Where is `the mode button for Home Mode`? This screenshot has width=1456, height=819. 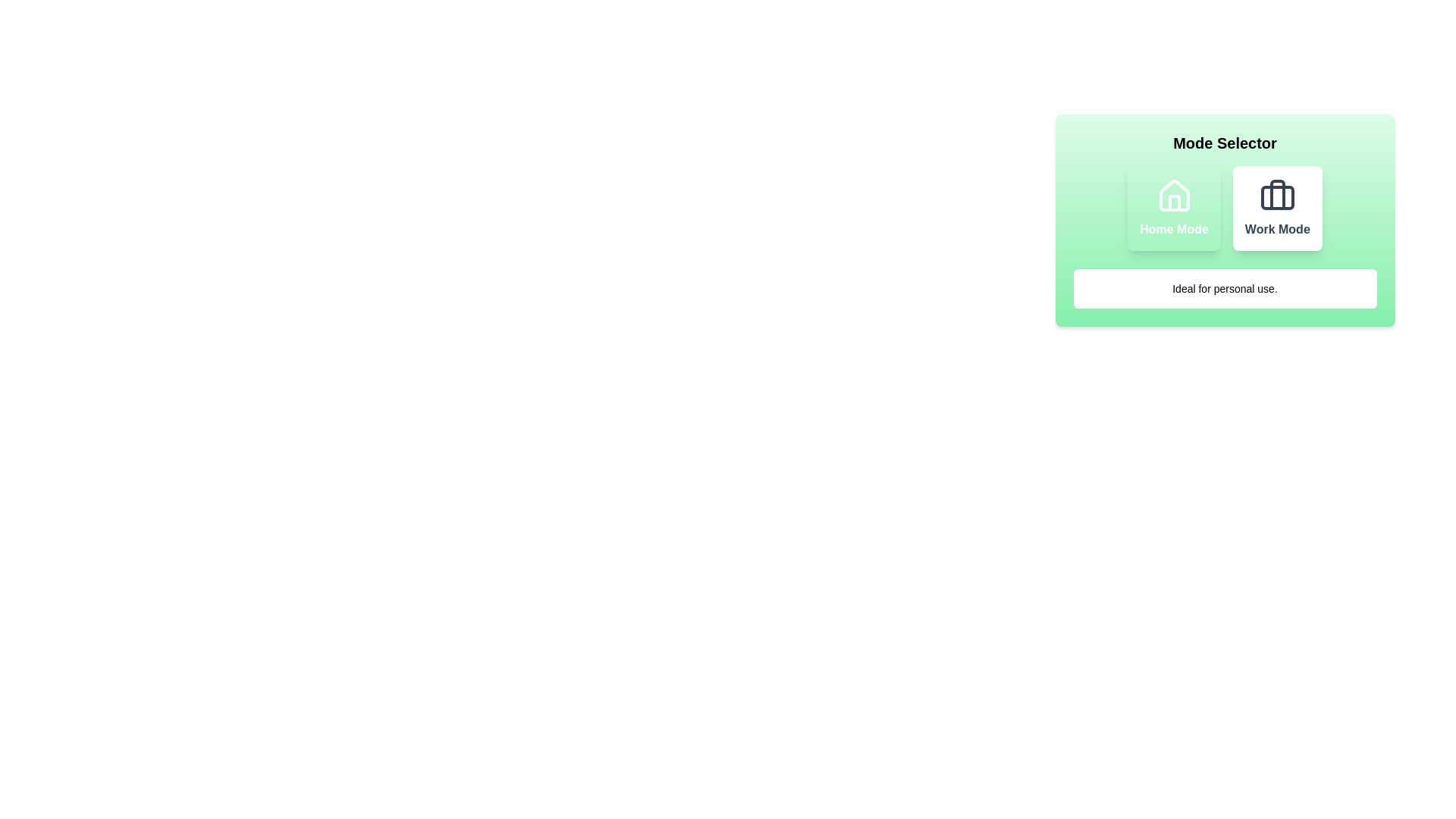
the mode button for Home Mode is located at coordinates (1173, 208).